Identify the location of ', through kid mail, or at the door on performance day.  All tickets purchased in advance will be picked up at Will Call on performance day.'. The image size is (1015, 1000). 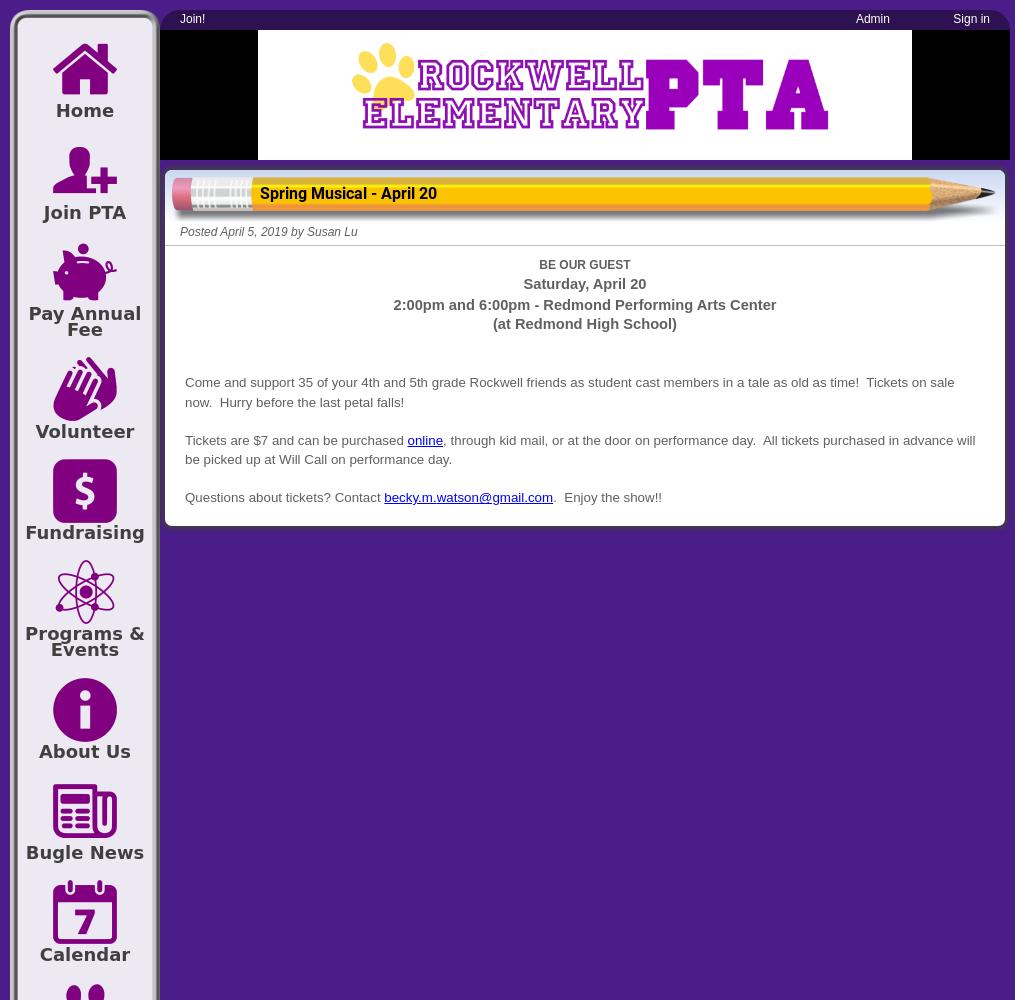
(579, 448).